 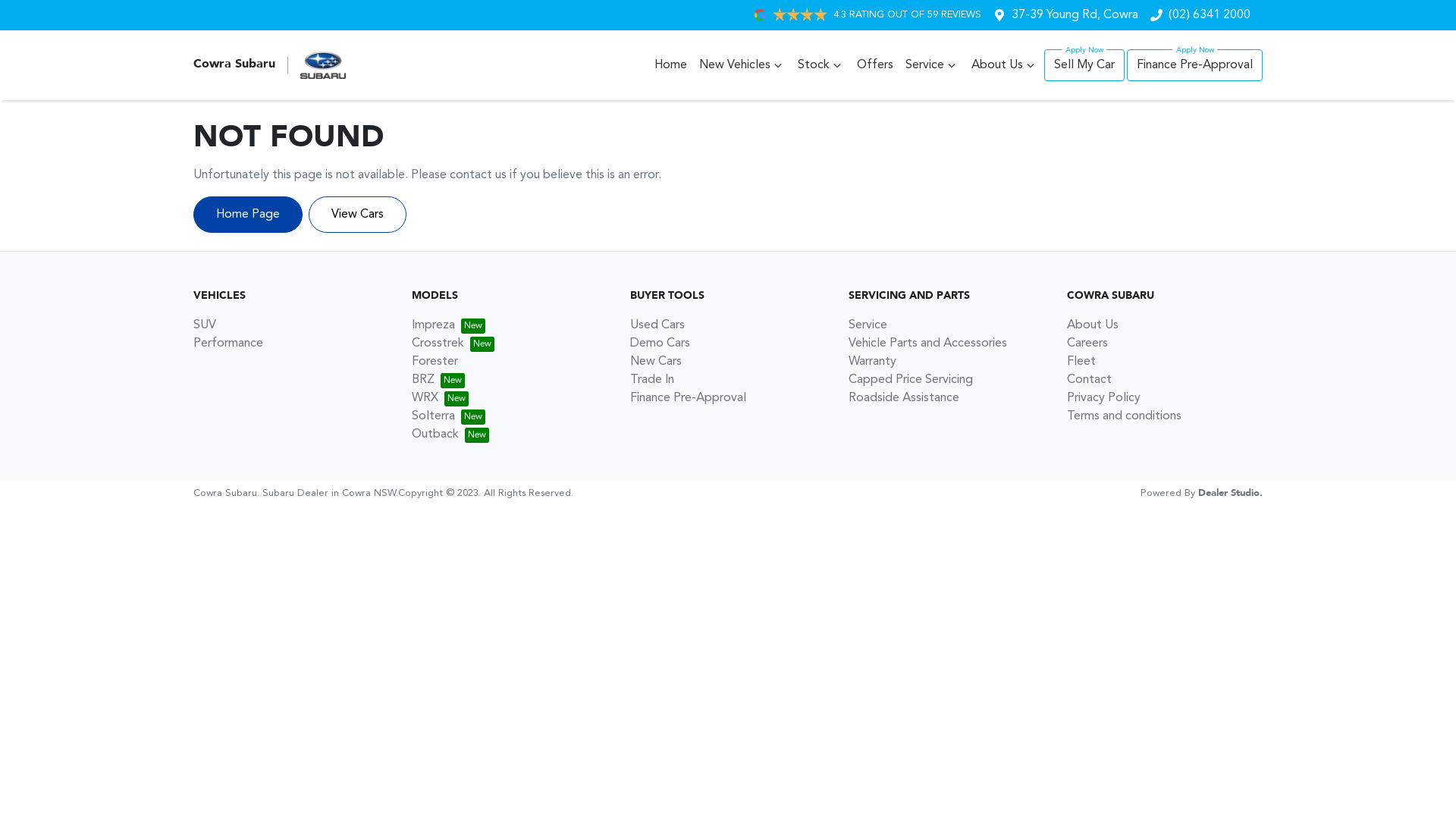 I want to click on 'Service', so click(x=931, y=64).